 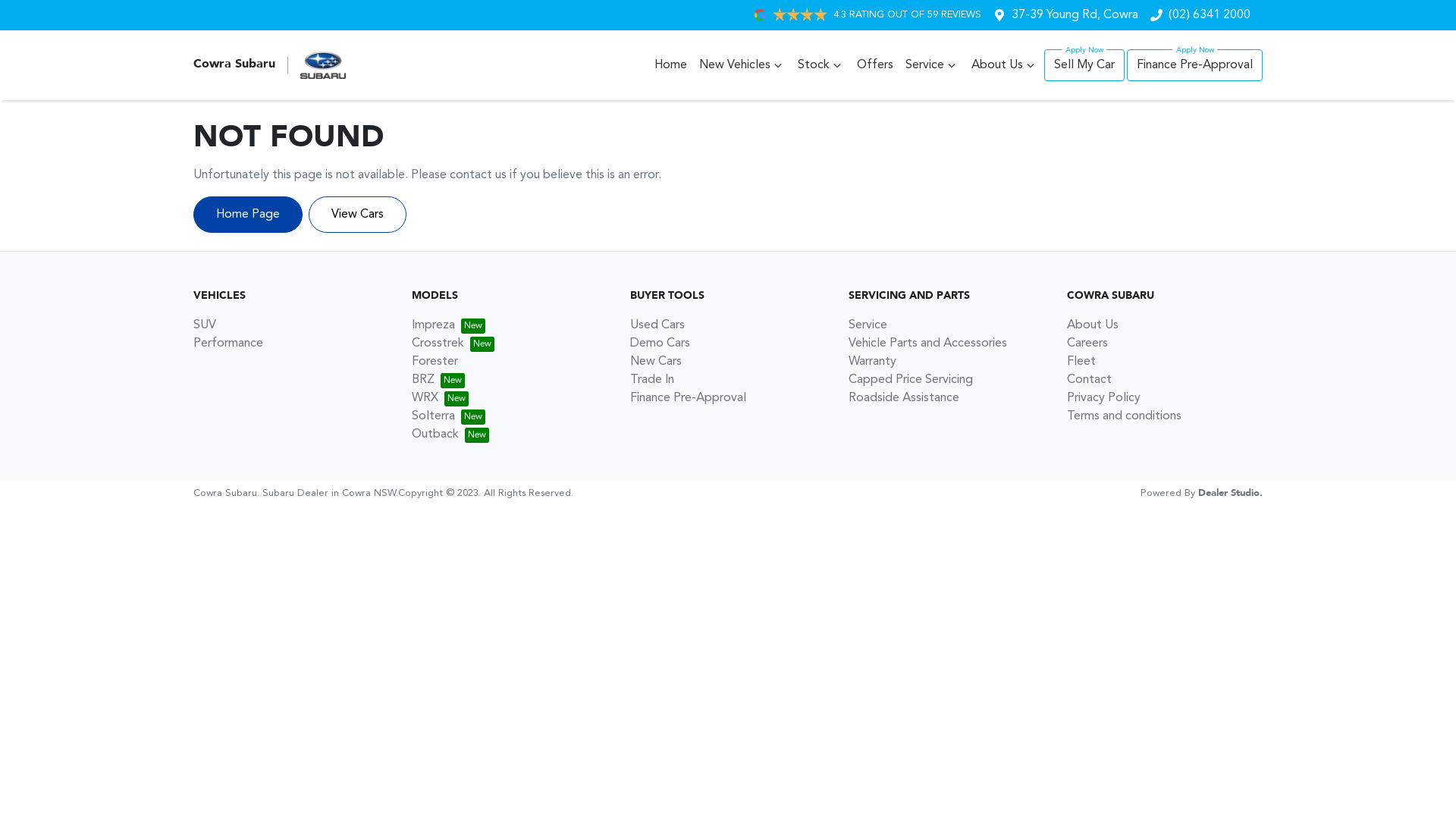 I want to click on 'Service', so click(x=931, y=64).